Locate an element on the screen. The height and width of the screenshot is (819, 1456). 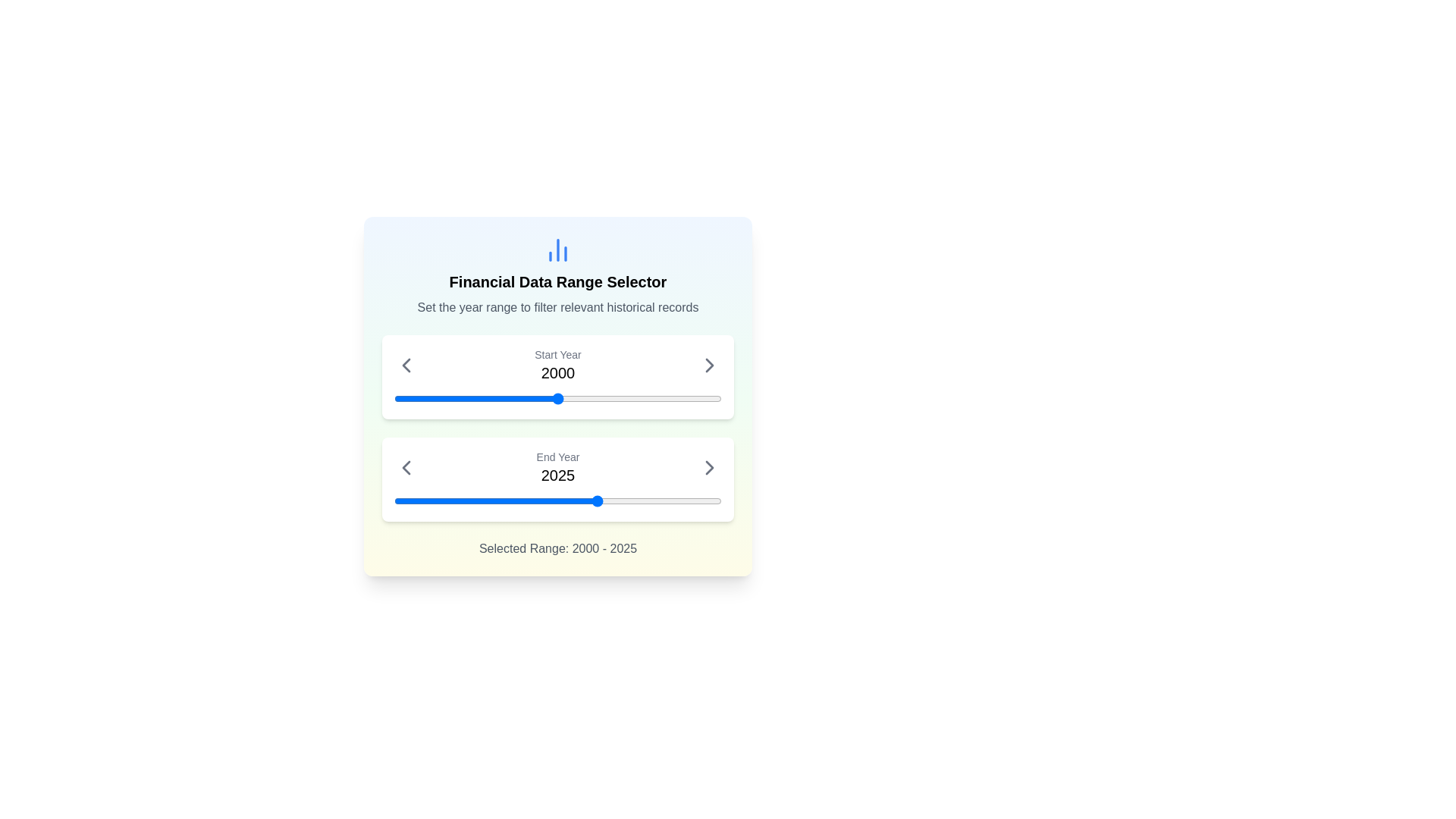
the start year is located at coordinates (520, 397).